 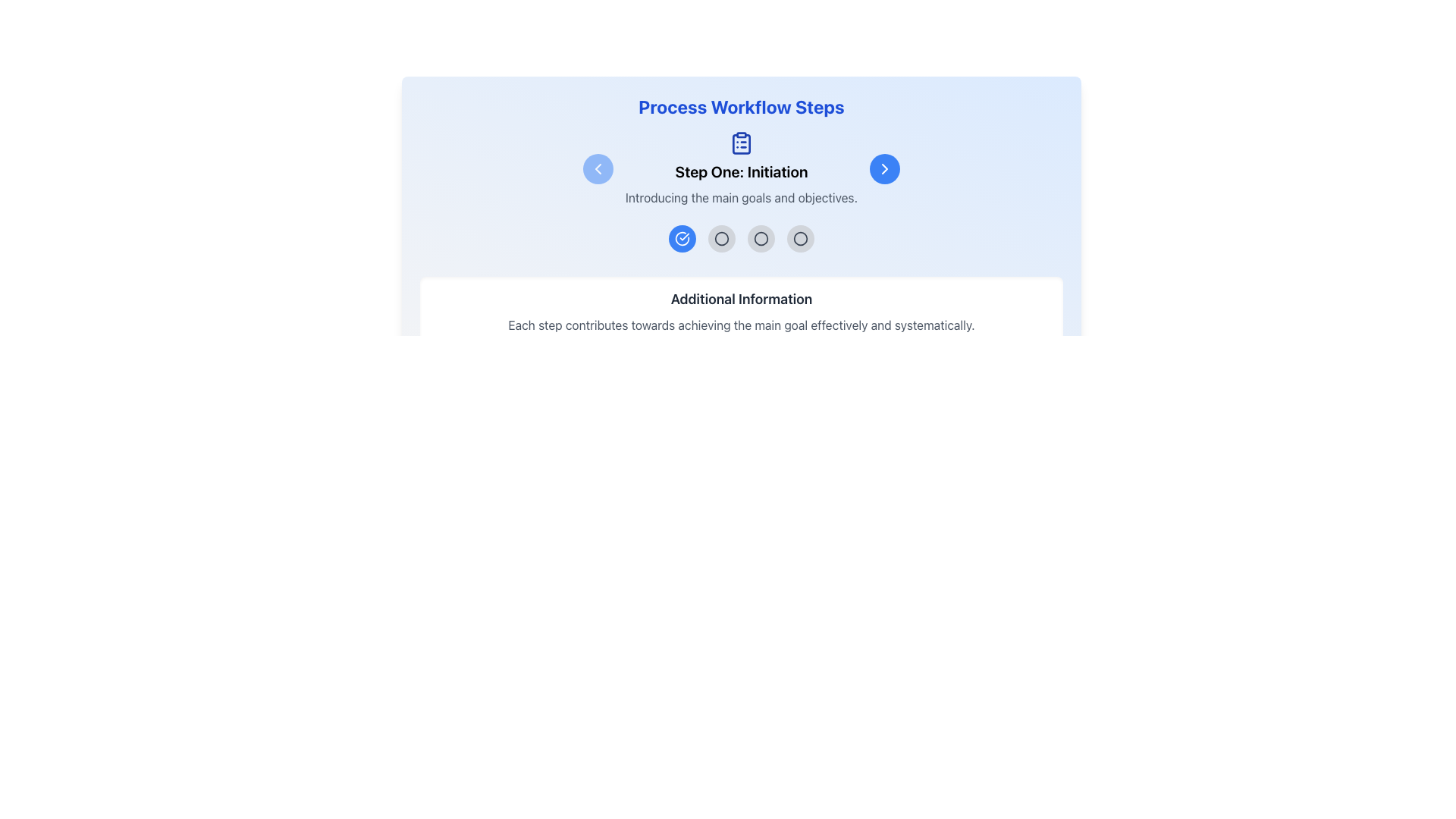 I want to click on the fourth circular graphic indicator in the 'Process Workflow Steps' section of the interface, so click(x=800, y=239).